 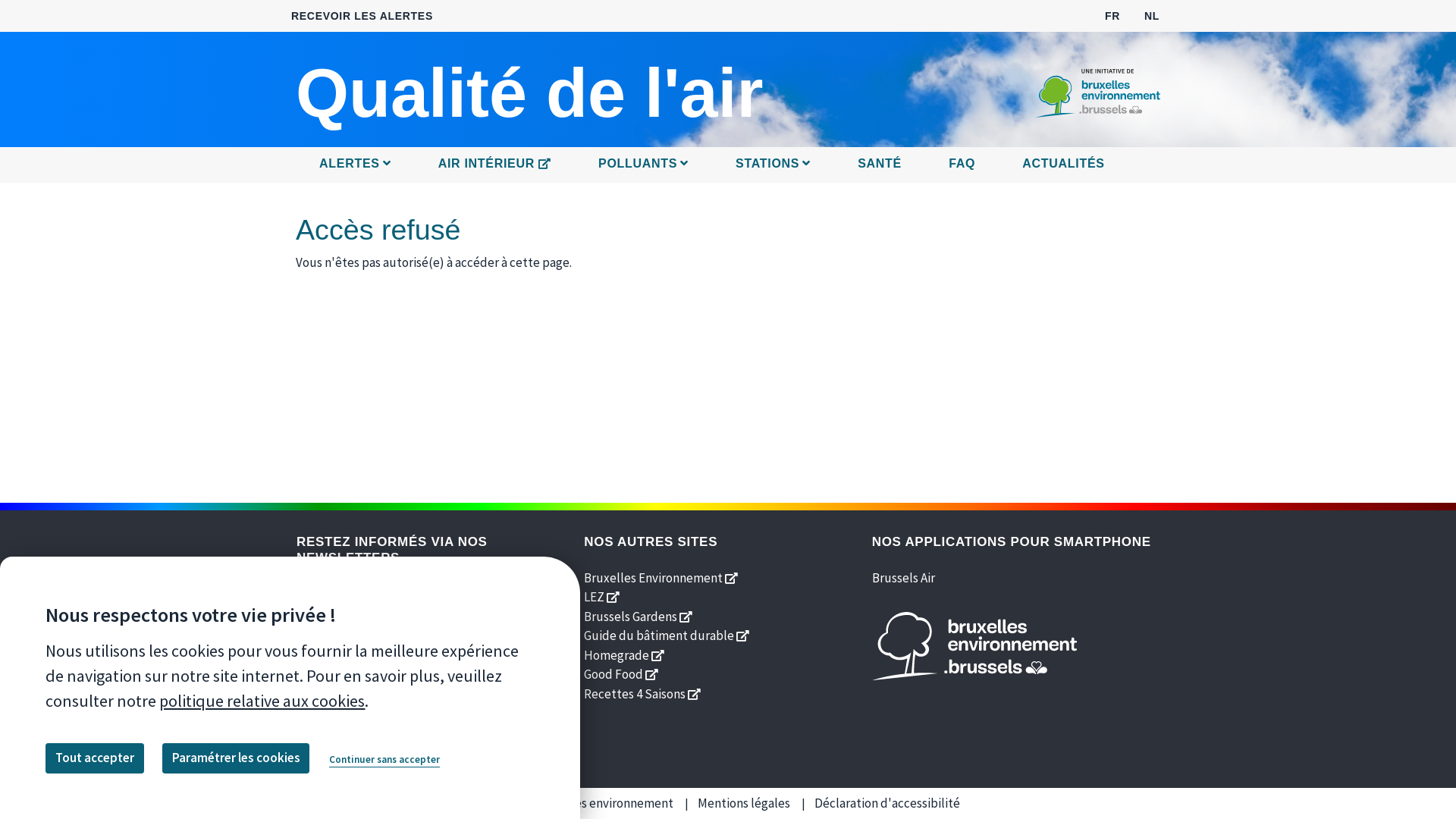 What do you see at coordinates (643, 165) in the screenshot?
I see `'POLLUANTS'` at bounding box center [643, 165].